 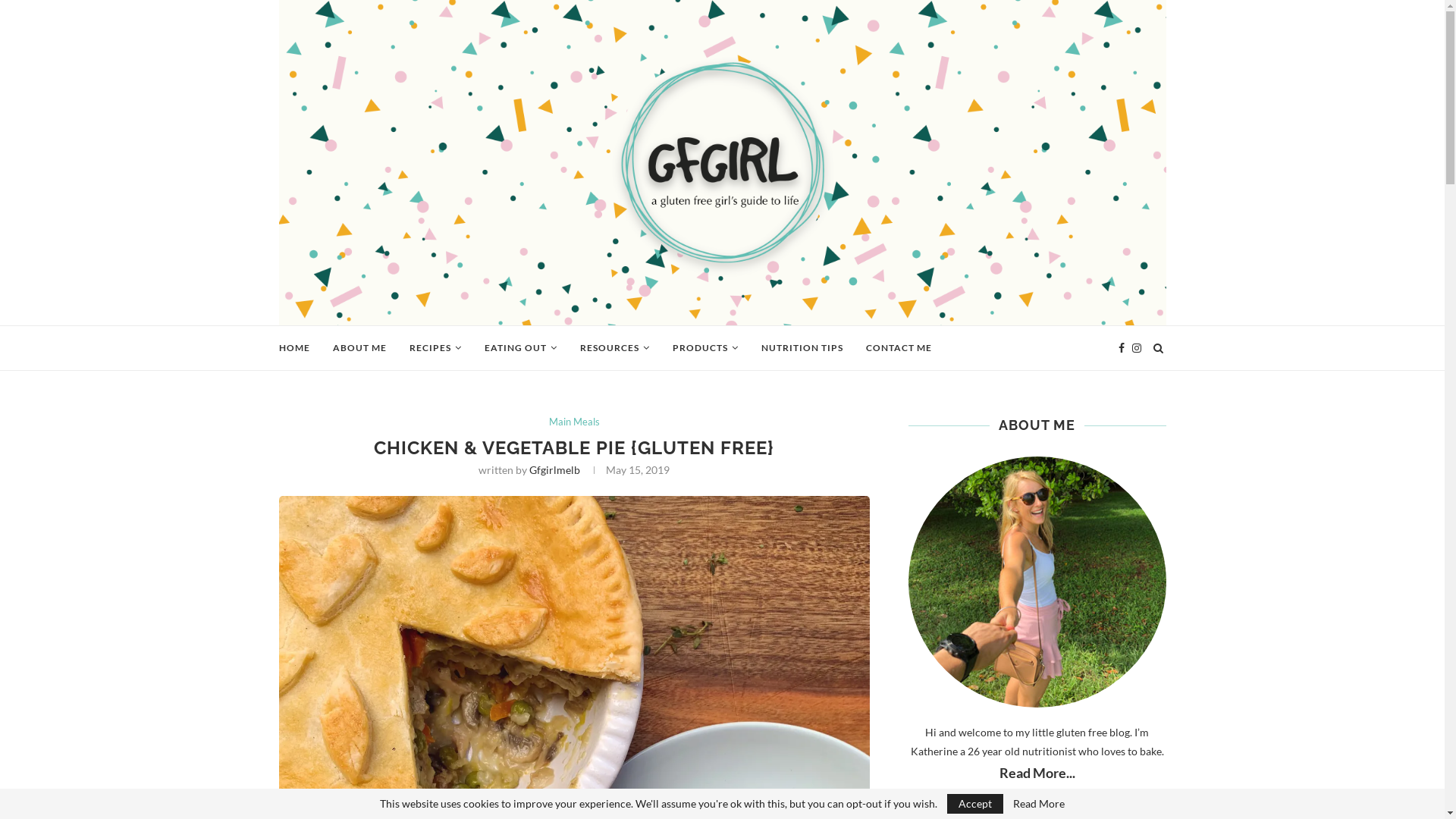 What do you see at coordinates (801, 348) in the screenshot?
I see `'NUTRITION TIPS'` at bounding box center [801, 348].